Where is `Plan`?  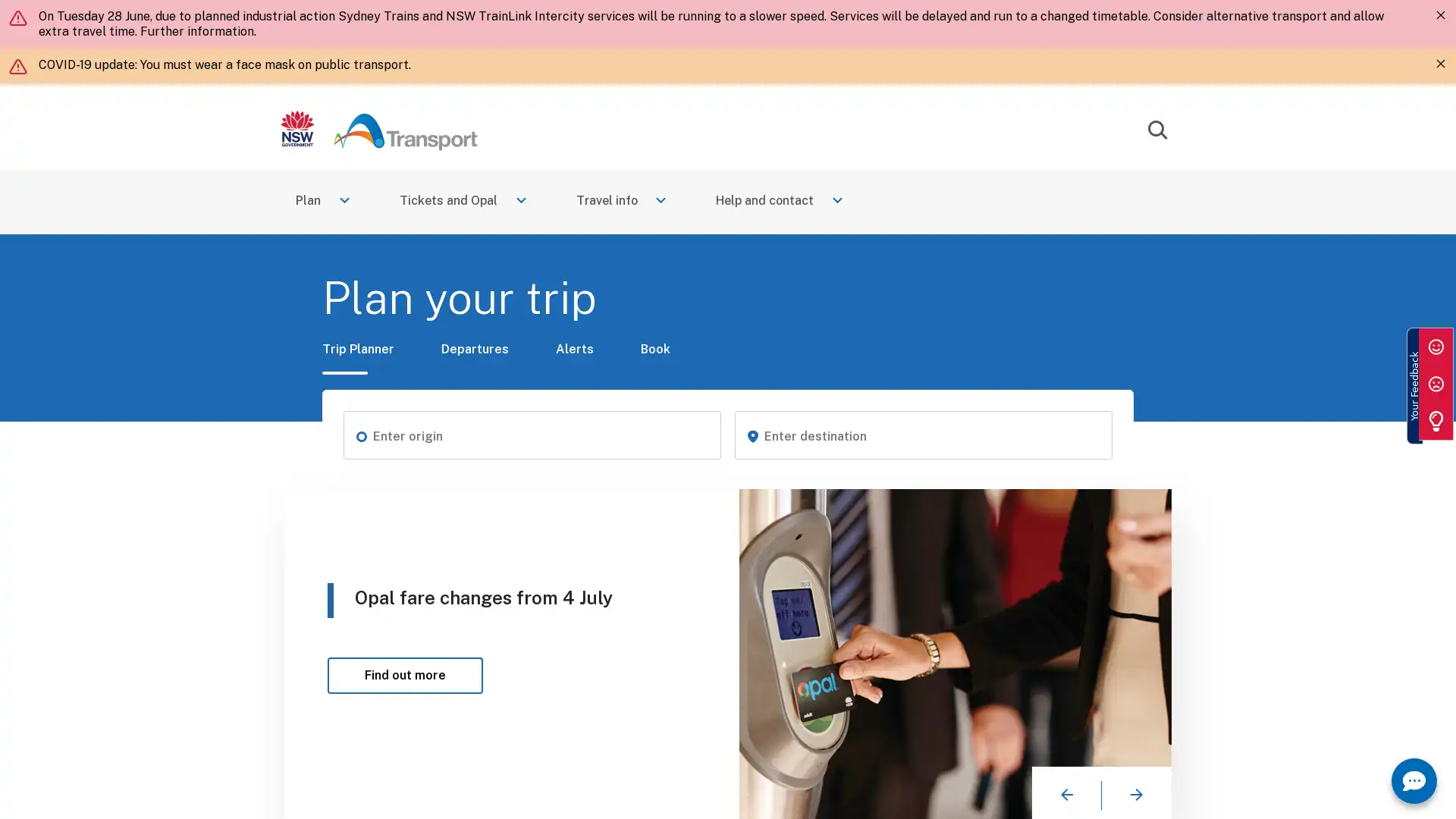
Plan is located at coordinates (323, 201).